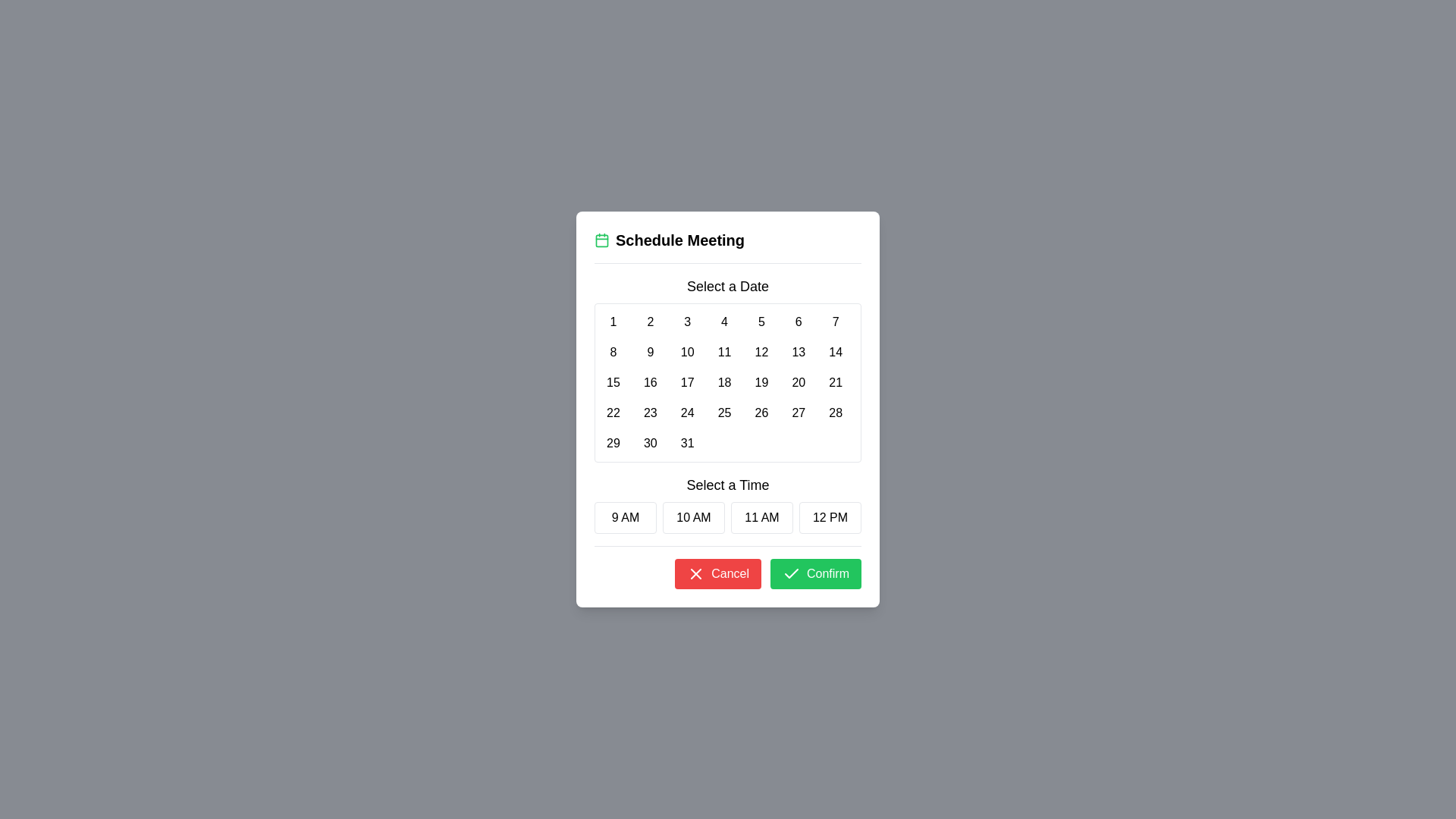 This screenshot has width=1456, height=819. Describe the element at coordinates (814, 573) in the screenshot. I see `the confirm button located at the bottom-right corner of the dialog box to finalize the operation or selection` at that location.